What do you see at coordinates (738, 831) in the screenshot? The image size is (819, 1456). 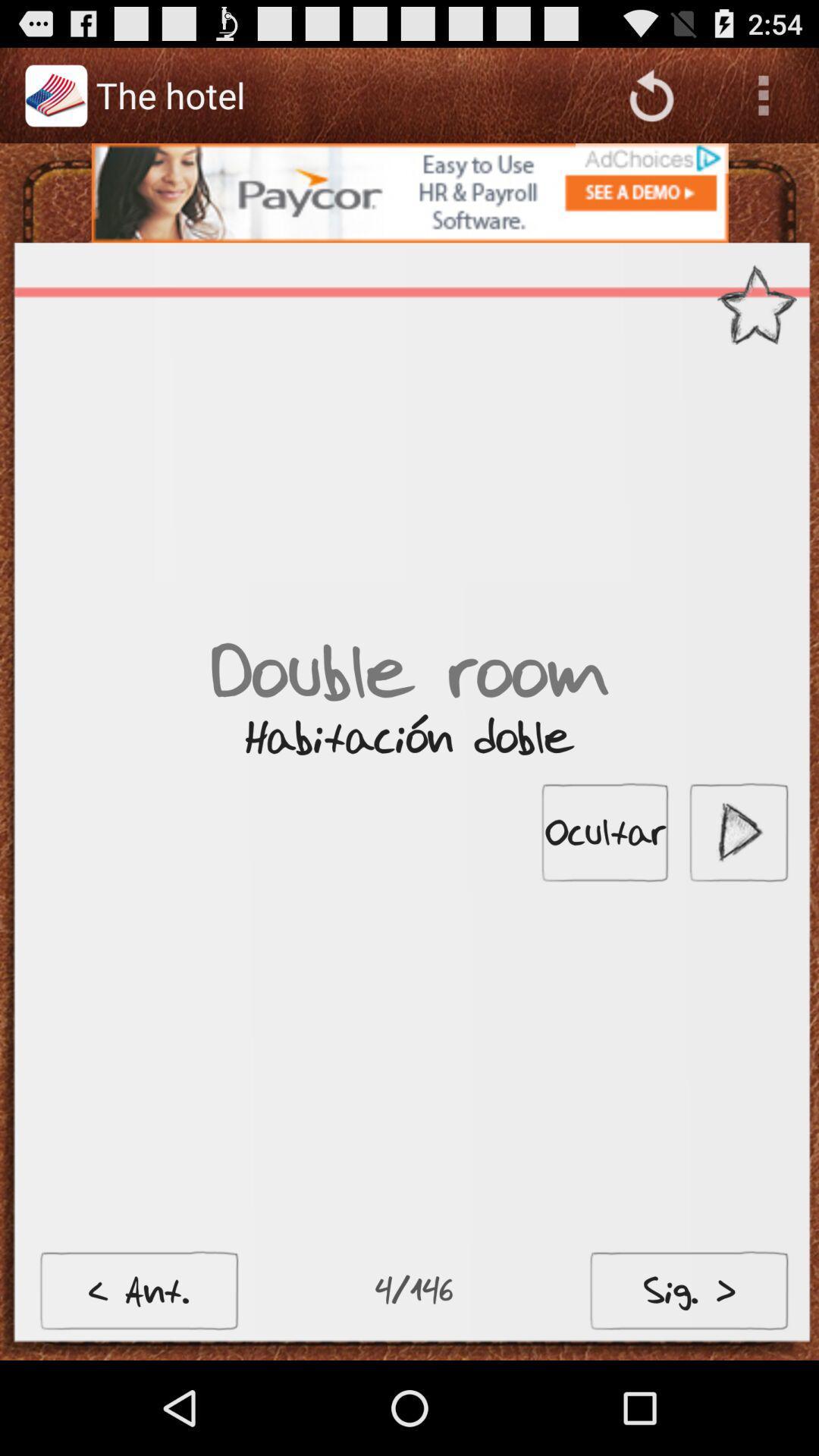 I see `the play button at middle right of the page` at bounding box center [738, 831].